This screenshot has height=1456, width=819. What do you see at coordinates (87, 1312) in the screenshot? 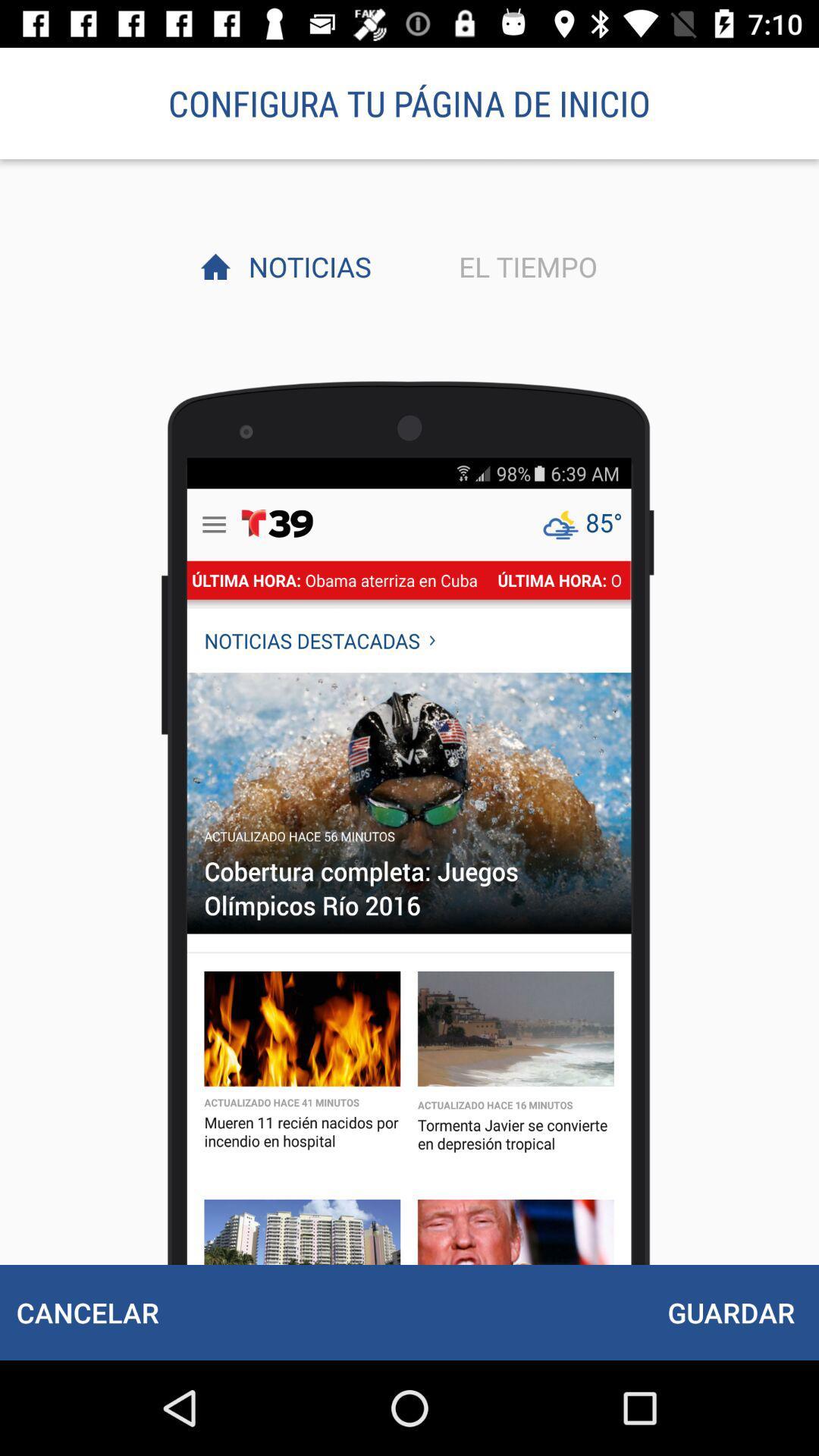
I see `item at the bottom left corner` at bounding box center [87, 1312].